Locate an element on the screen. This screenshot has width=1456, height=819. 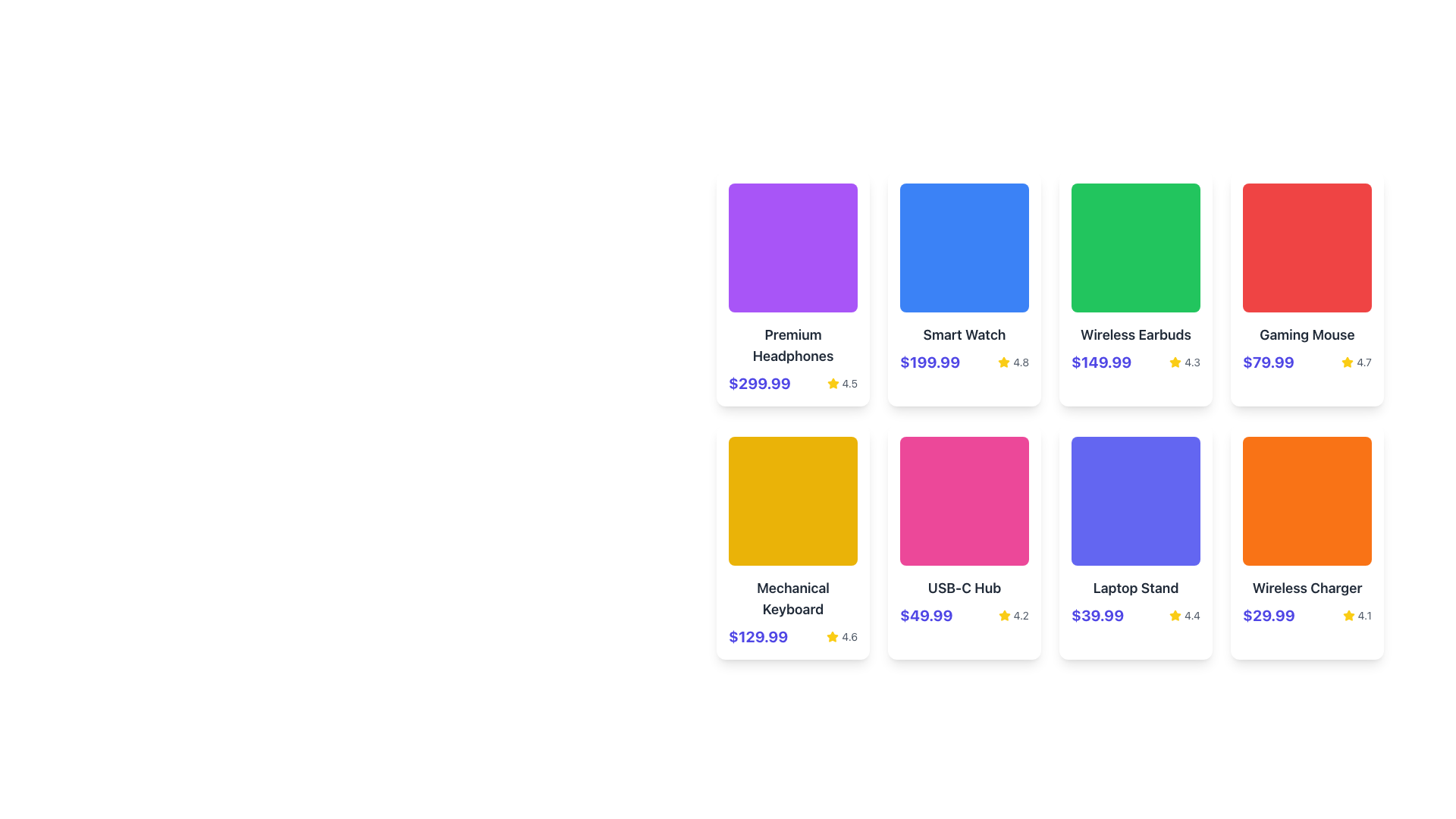
the star icon in the bottom-right corner of the rating section to interact with the rating feature for the 'Smart Watch' product is located at coordinates (1004, 362).